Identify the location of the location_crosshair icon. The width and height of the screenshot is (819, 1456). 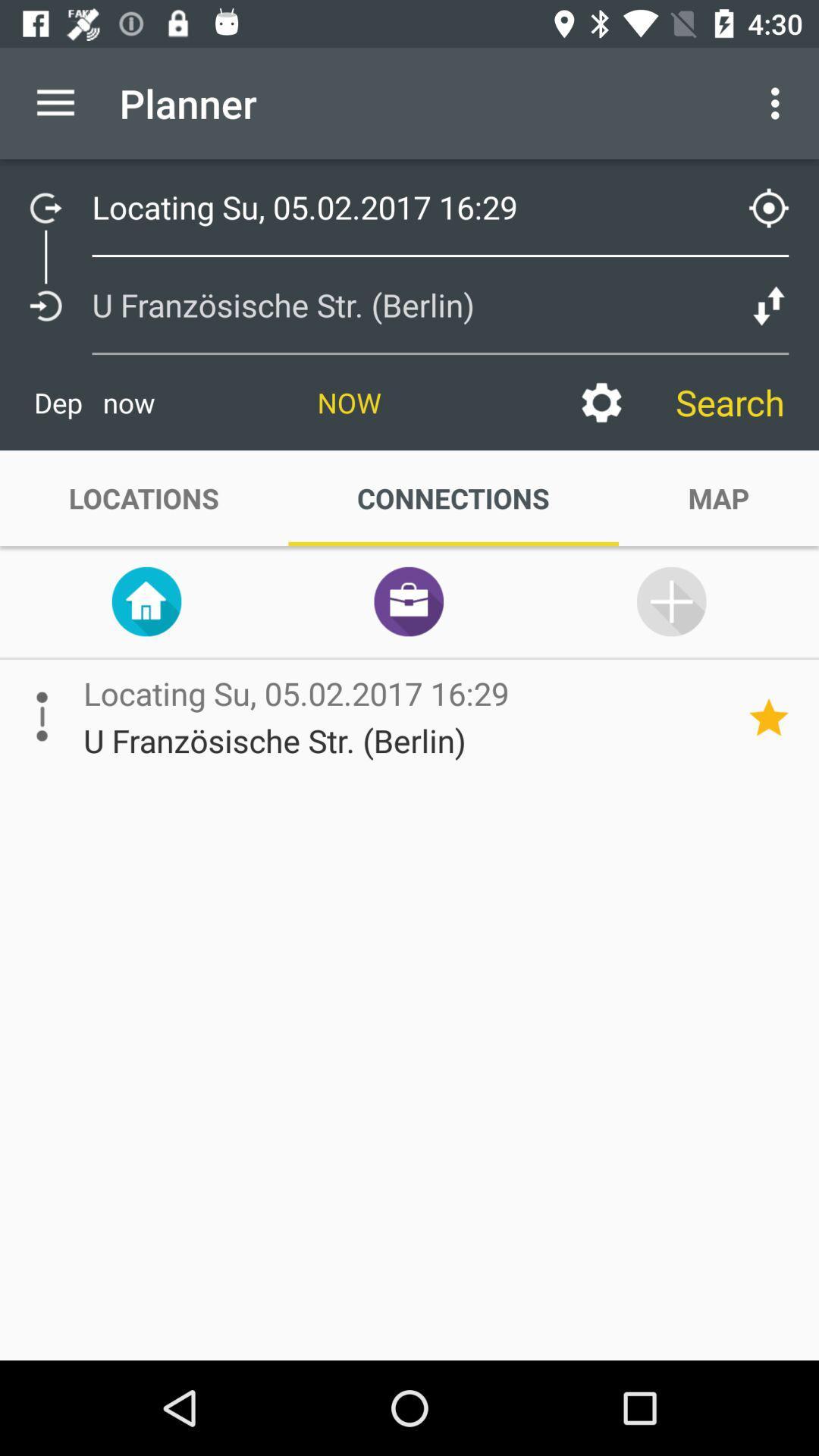
(769, 207).